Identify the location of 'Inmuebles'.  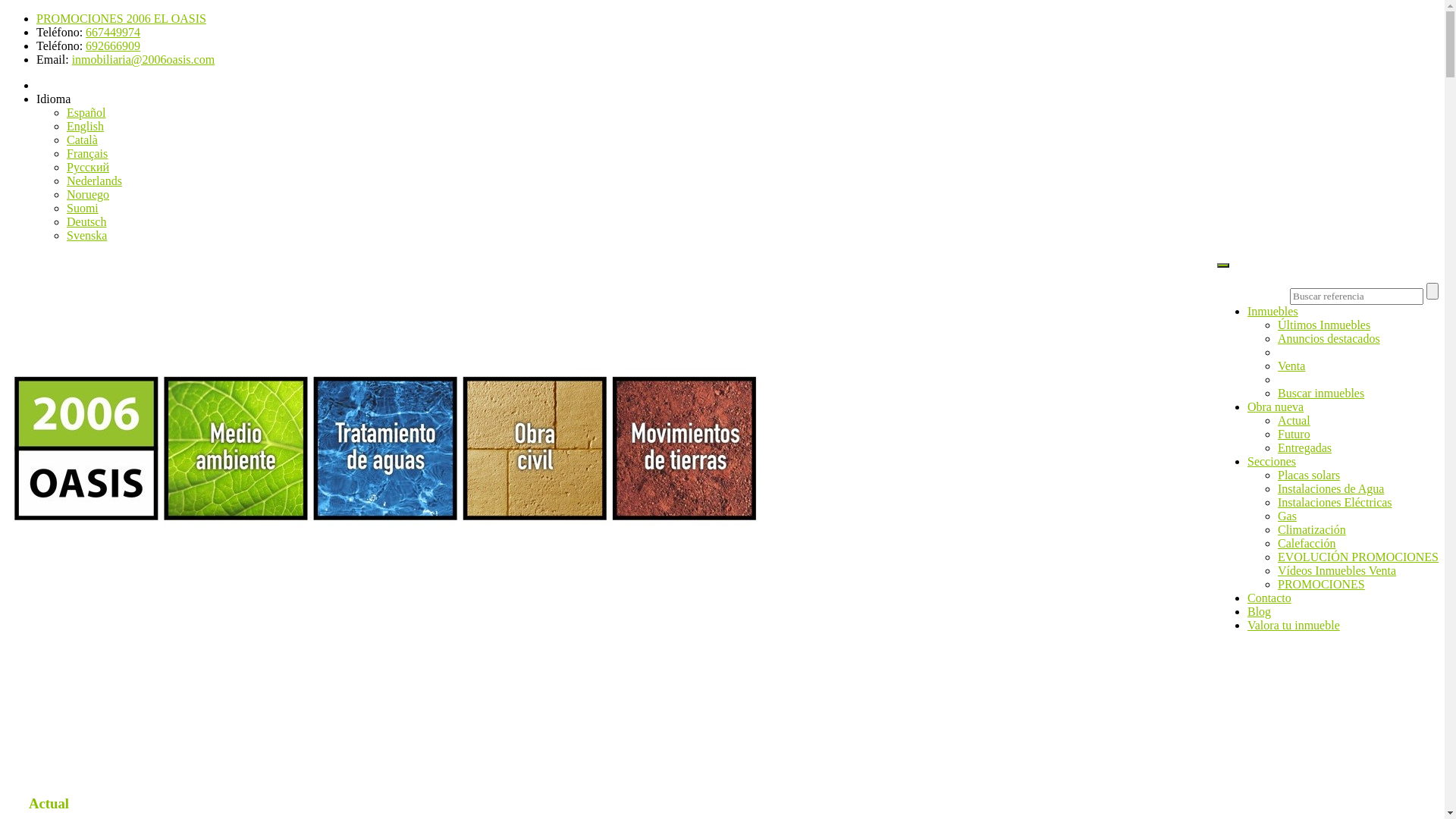
(1272, 310).